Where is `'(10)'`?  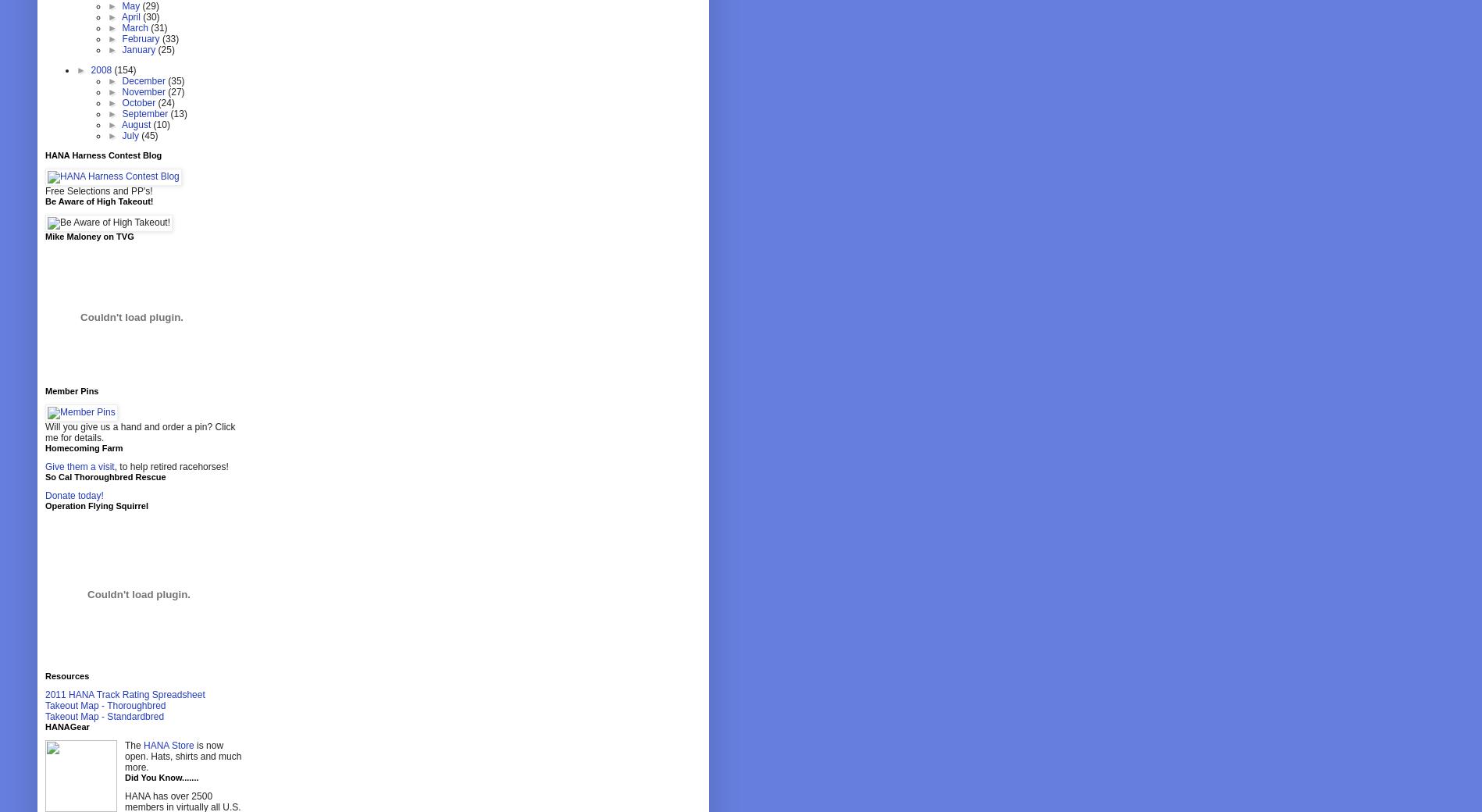
'(10)' is located at coordinates (160, 124).